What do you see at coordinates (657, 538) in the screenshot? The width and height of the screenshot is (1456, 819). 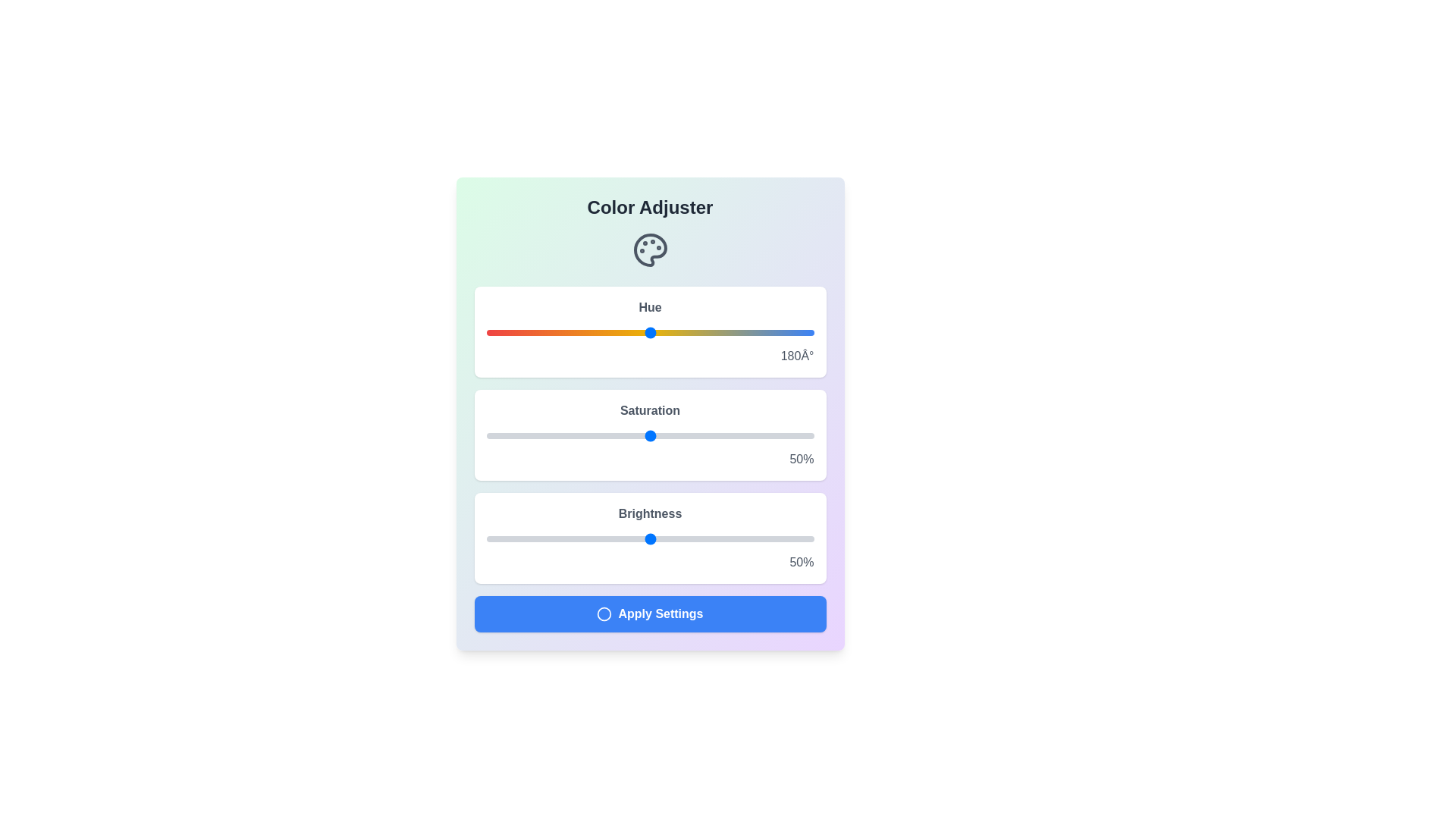 I see `the brightness slider to 52% by dragging the slider to the corresponding position` at bounding box center [657, 538].